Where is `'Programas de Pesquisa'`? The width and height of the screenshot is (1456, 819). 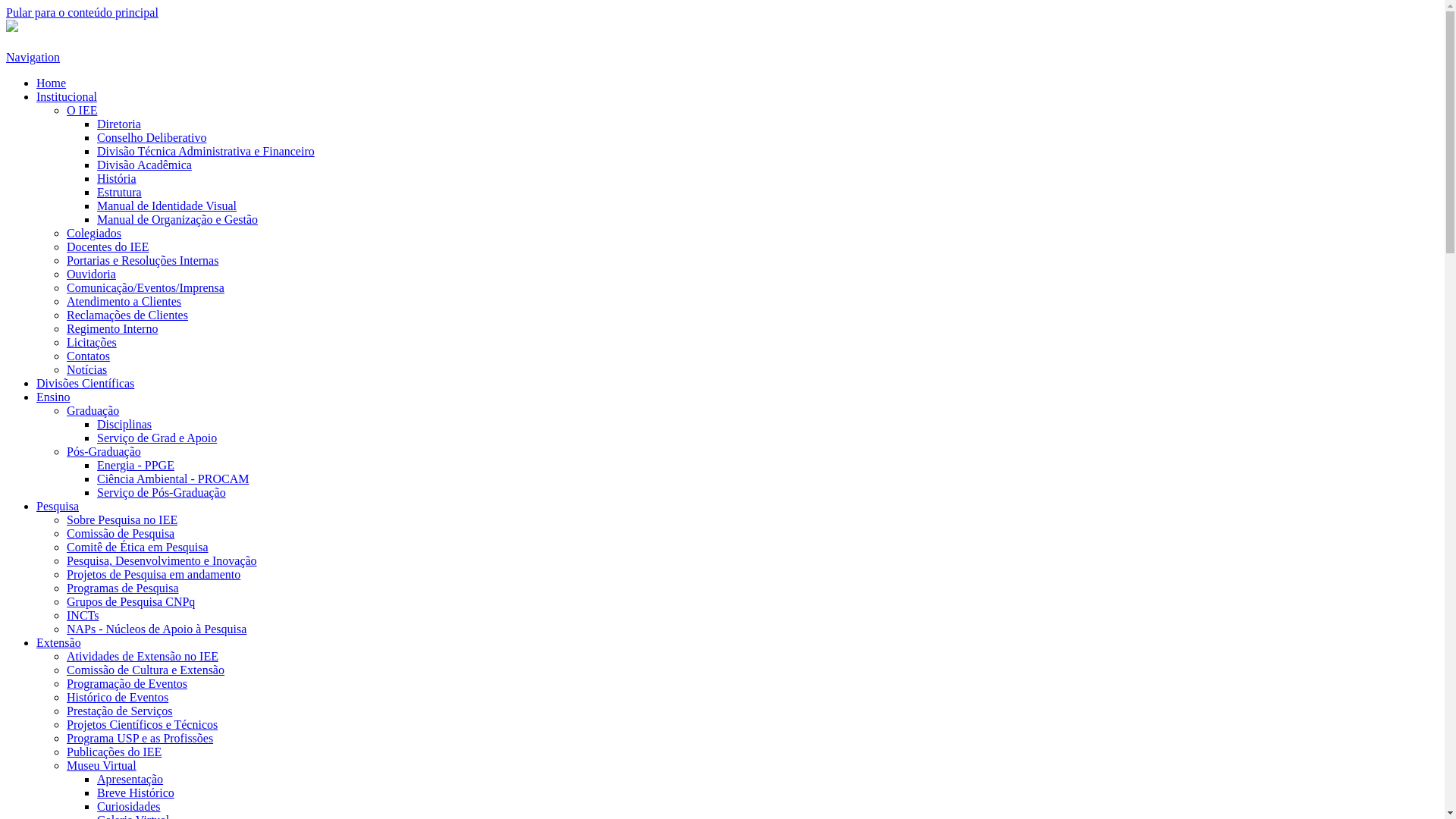
'Programas de Pesquisa' is located at coordinates (123, 587).